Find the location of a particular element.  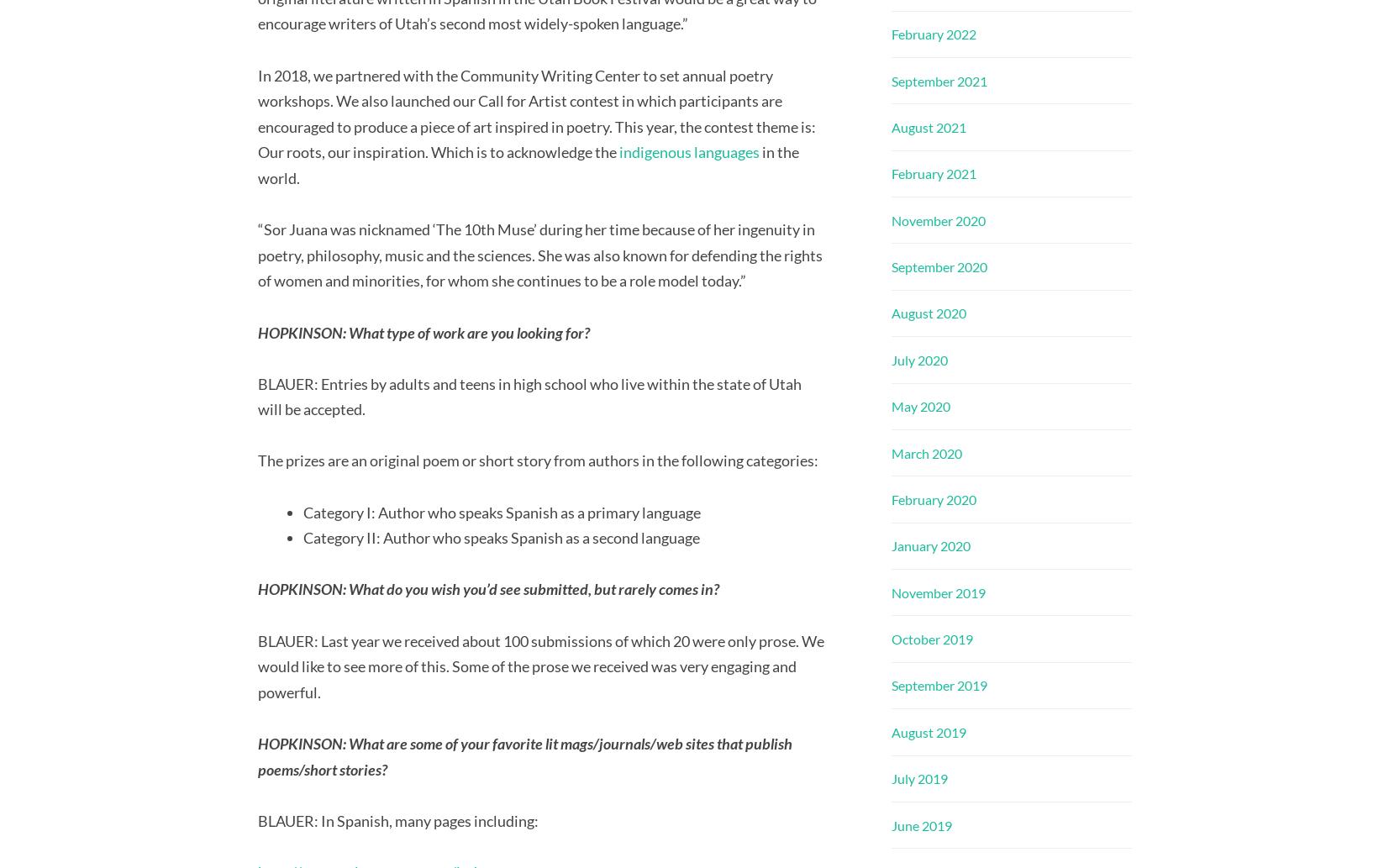

'BLAUER: Last year we received about 100 submissions of which 20 were only prose. We would like to see more of this. Some of the prose we received was very engaging and powerful.' is located at coordinates (255, 665).